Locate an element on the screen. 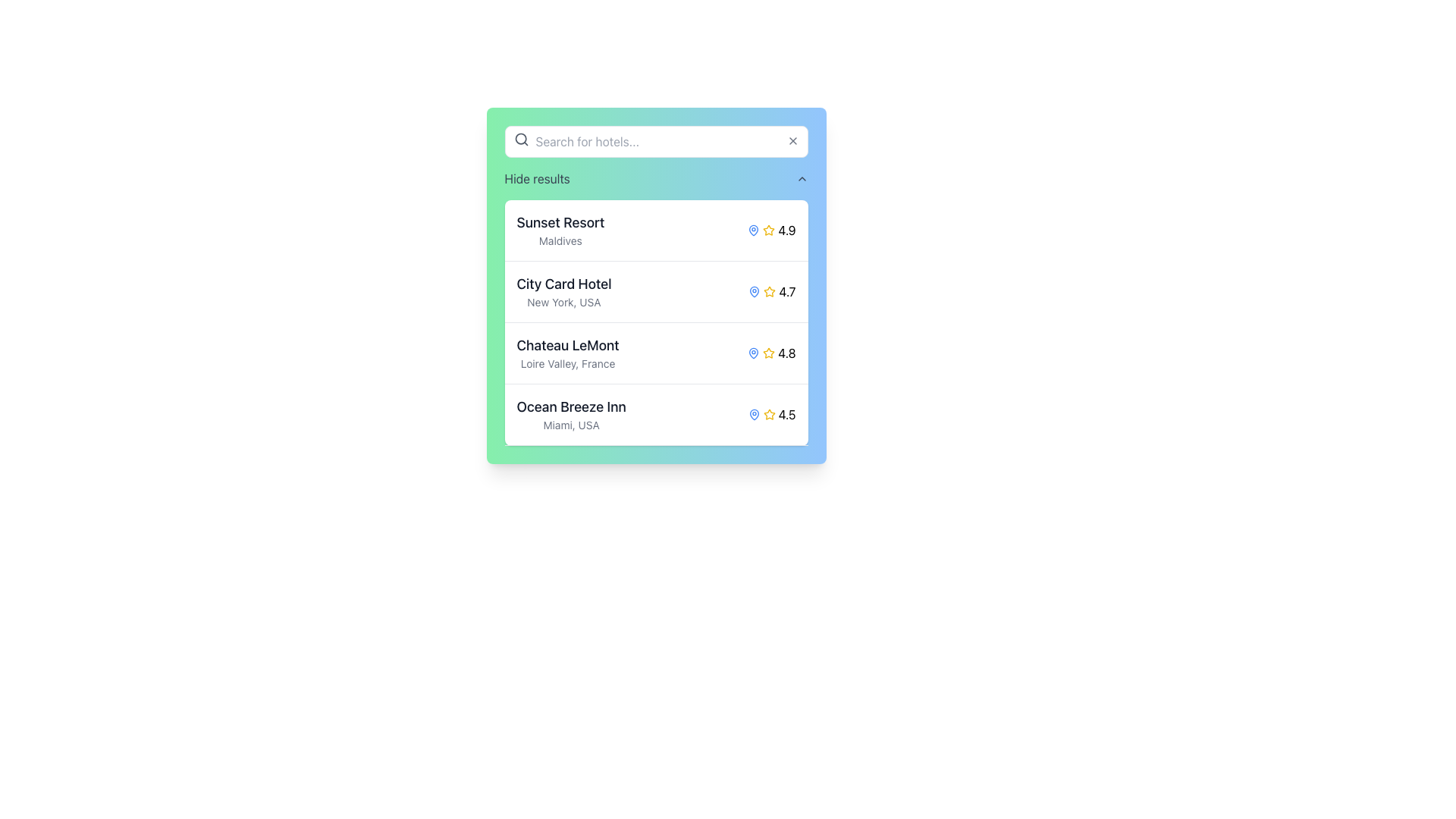 The height and width of the screenshot is (819, 1456). the text label indicating the location of the hotel 'Sunset Resort', which serves as contextual information for the user is located at coordinates (560, 240).